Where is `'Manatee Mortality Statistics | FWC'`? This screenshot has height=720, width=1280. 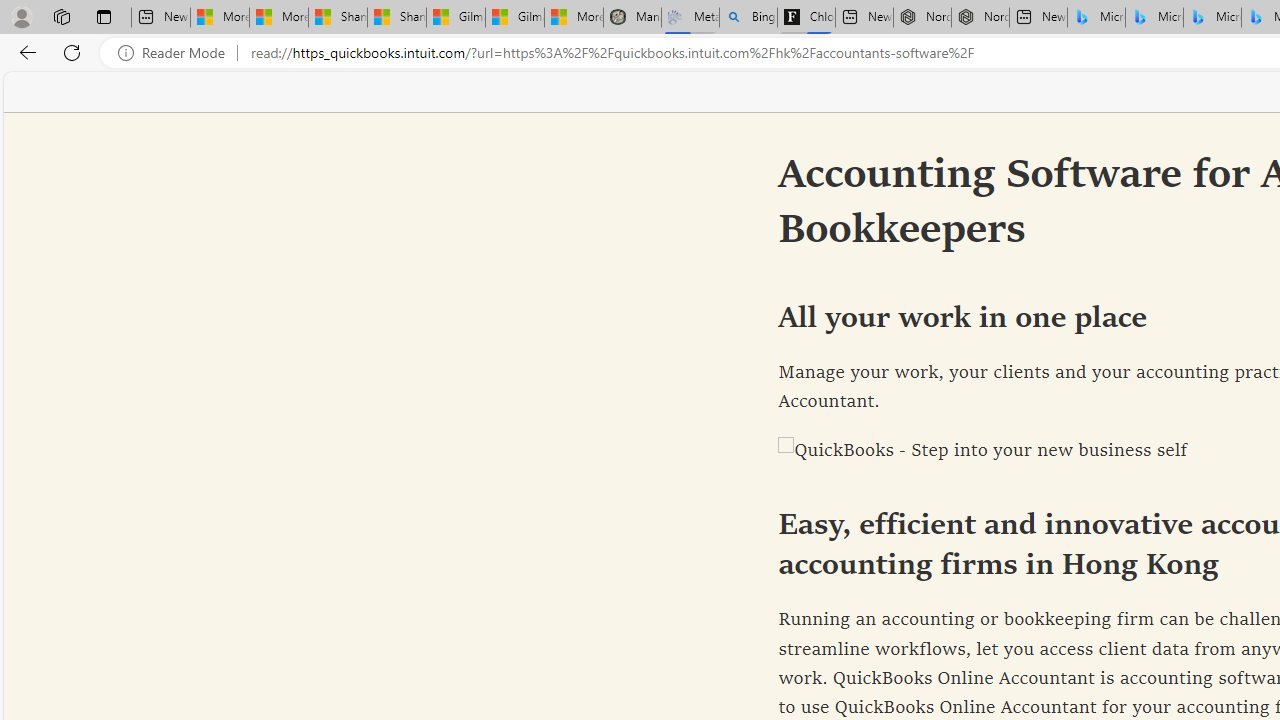 'Manatee Mortality Statistics | FWC' is located at coordinates (631, 17).